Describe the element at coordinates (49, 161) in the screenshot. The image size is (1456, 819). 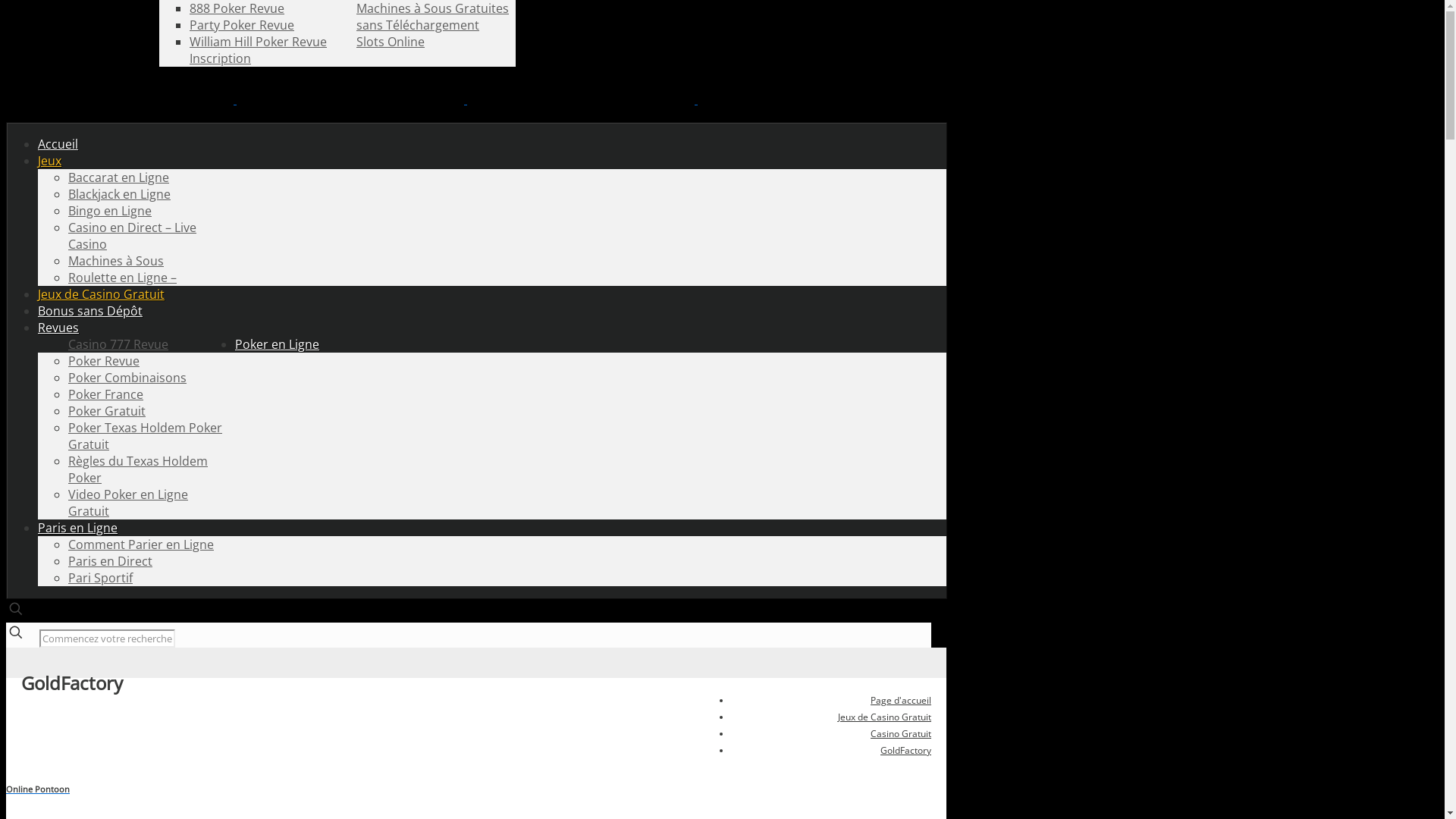
I see `'Jeux'` at that location.